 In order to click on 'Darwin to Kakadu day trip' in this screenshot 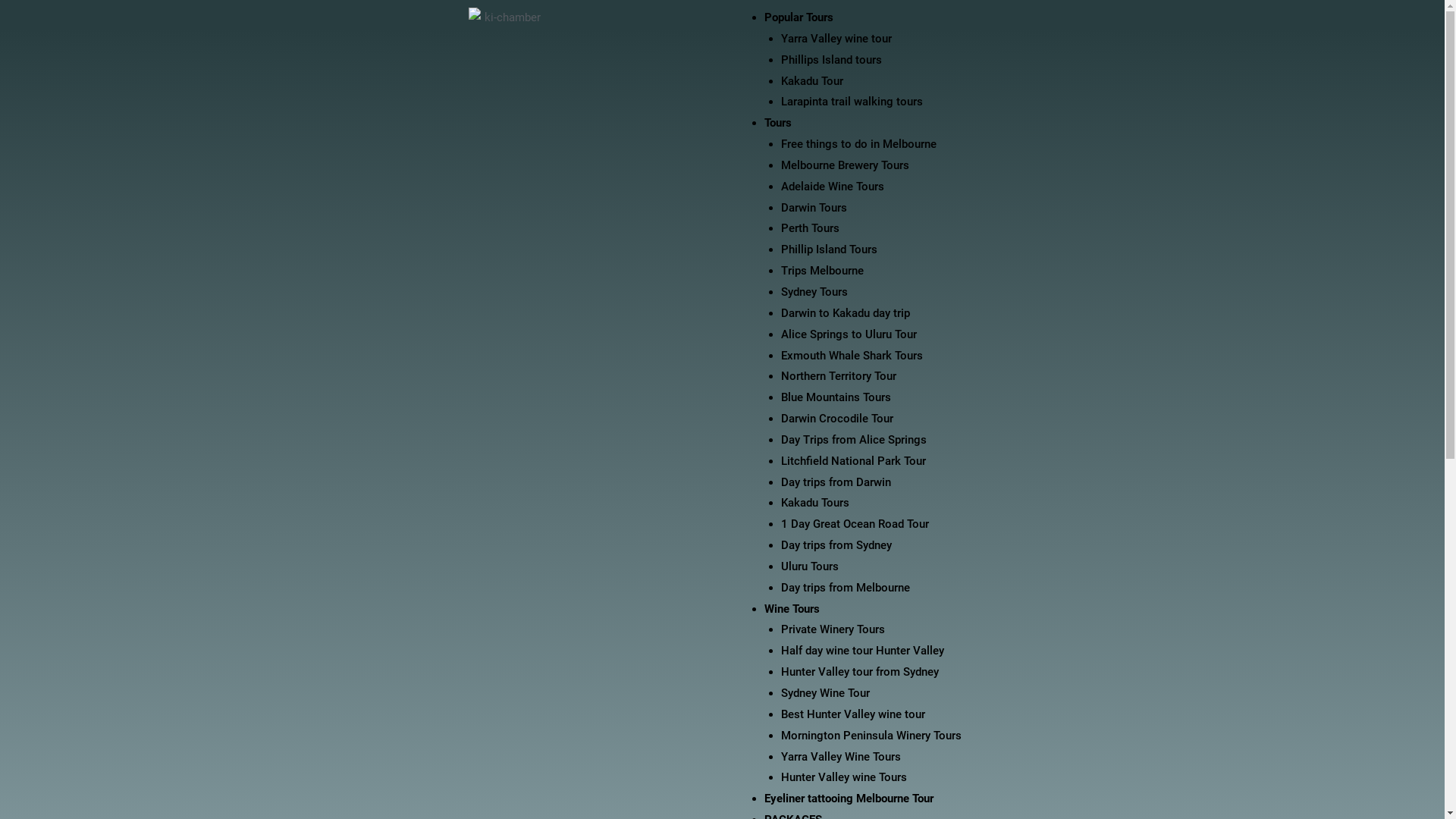, I will do `click(844, 312)`.